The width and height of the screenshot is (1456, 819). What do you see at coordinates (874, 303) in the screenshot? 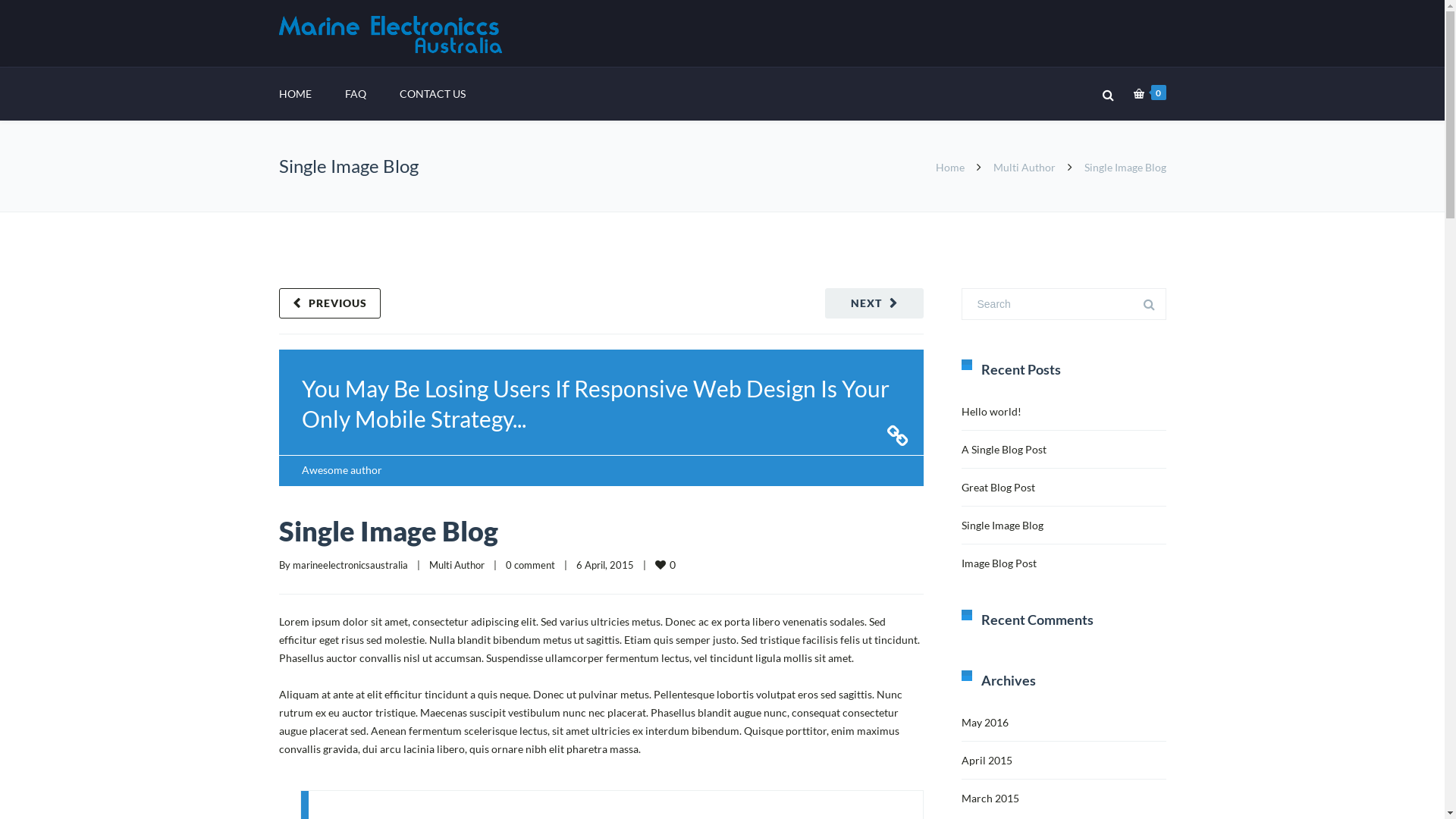
I see `'NEXT'` at bounding box center [874, 303].